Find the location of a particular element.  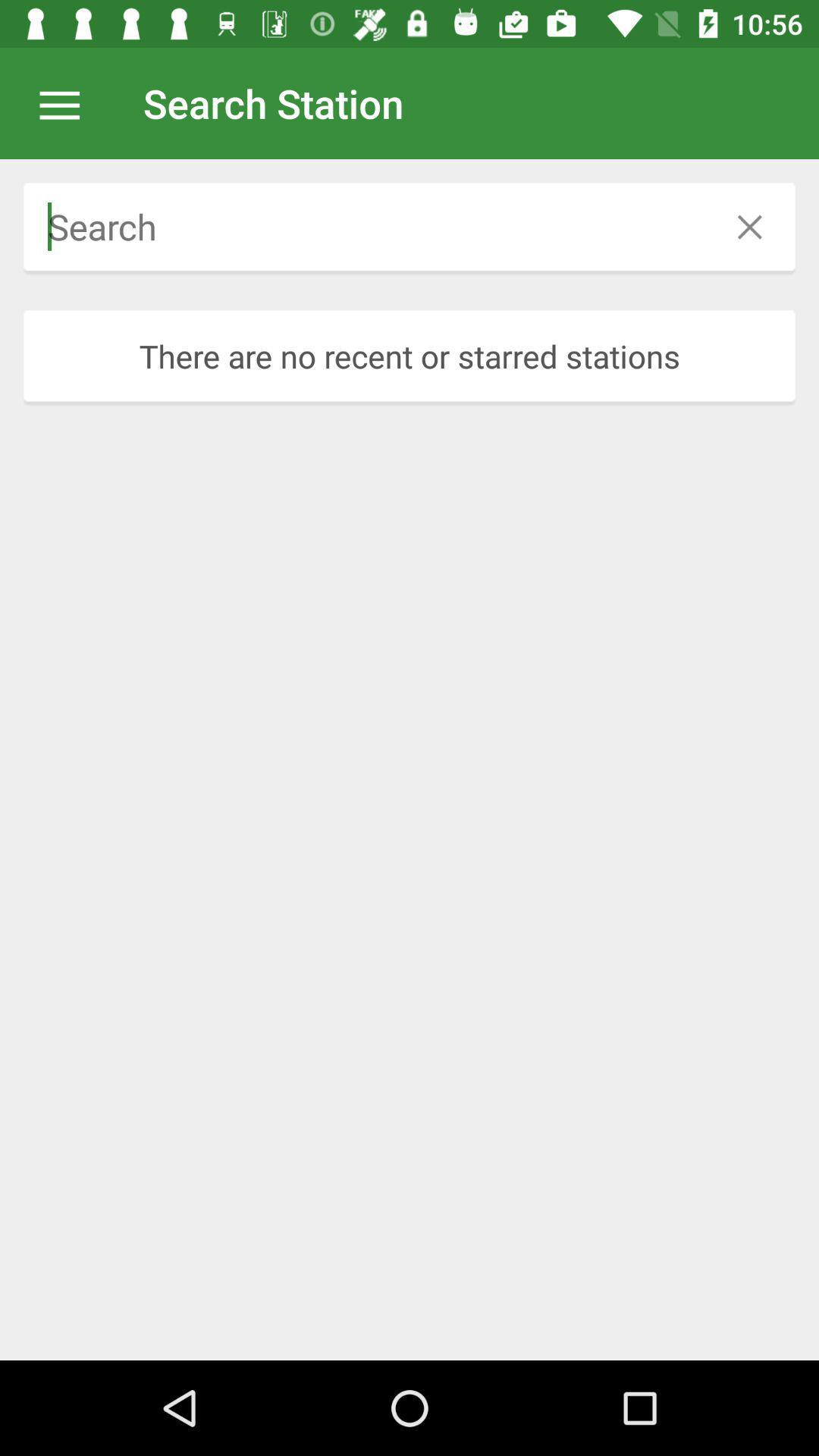

icon above there are no is located at coordinates (748, 226).